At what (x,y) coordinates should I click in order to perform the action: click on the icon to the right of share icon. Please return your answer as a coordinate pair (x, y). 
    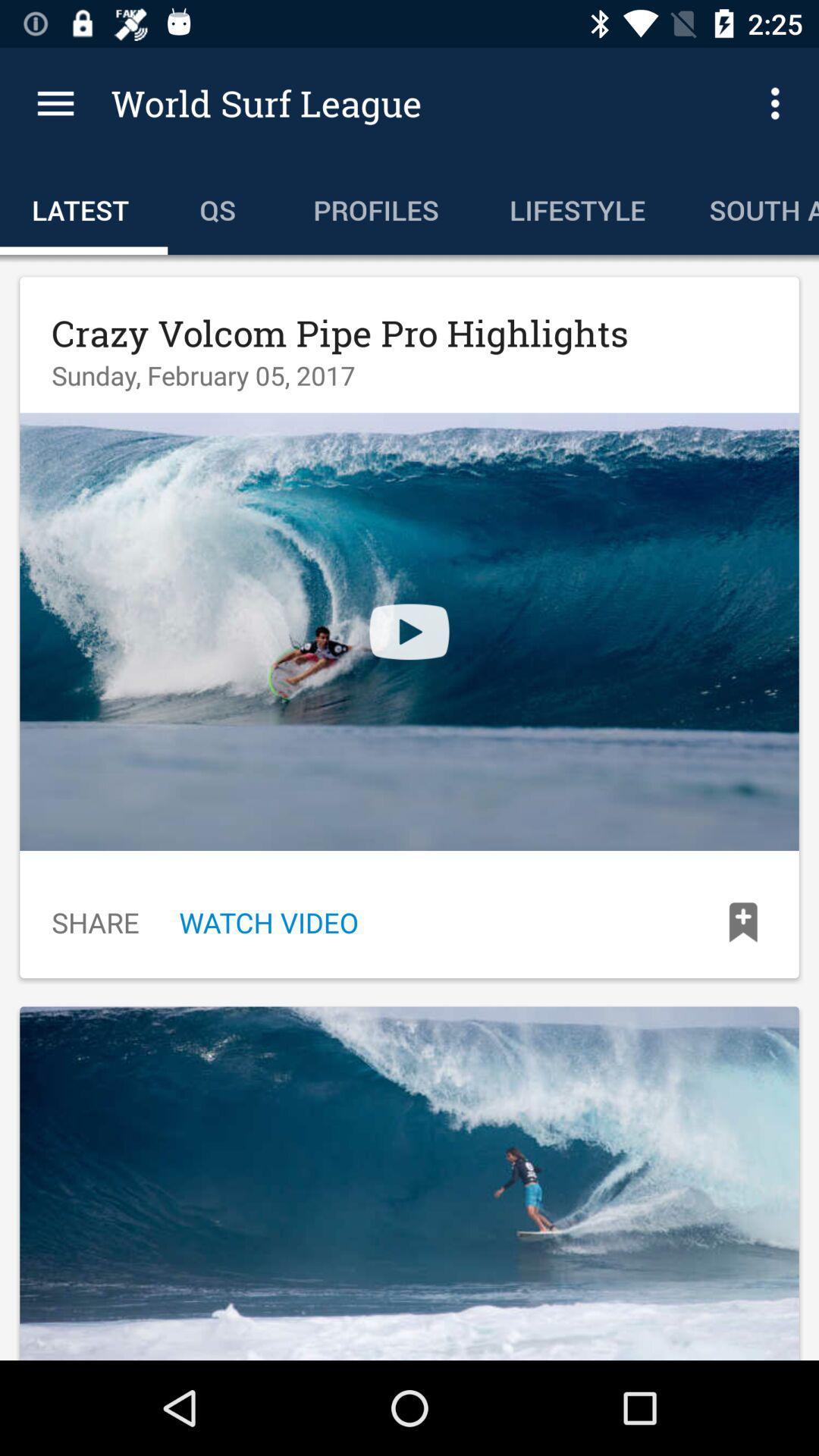
    Looking at the image, I should click on (268, 921).